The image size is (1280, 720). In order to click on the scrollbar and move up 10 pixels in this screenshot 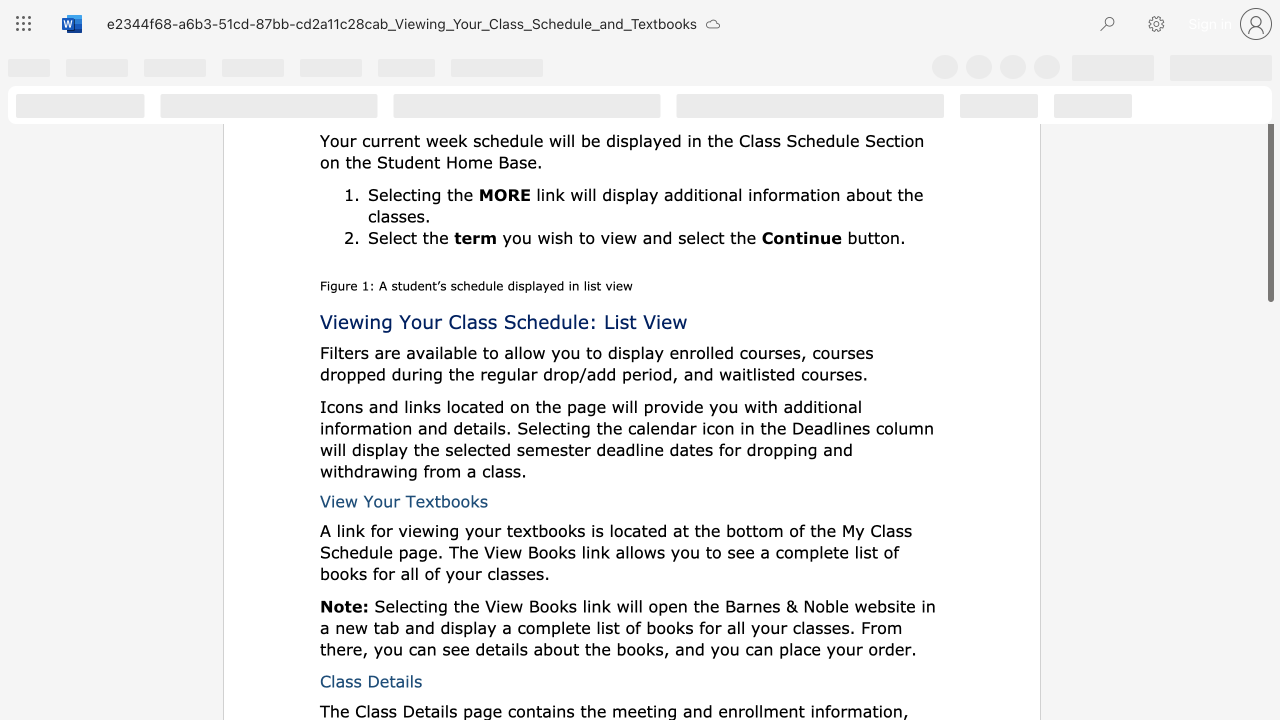, I will do `click(1269, 204)`.